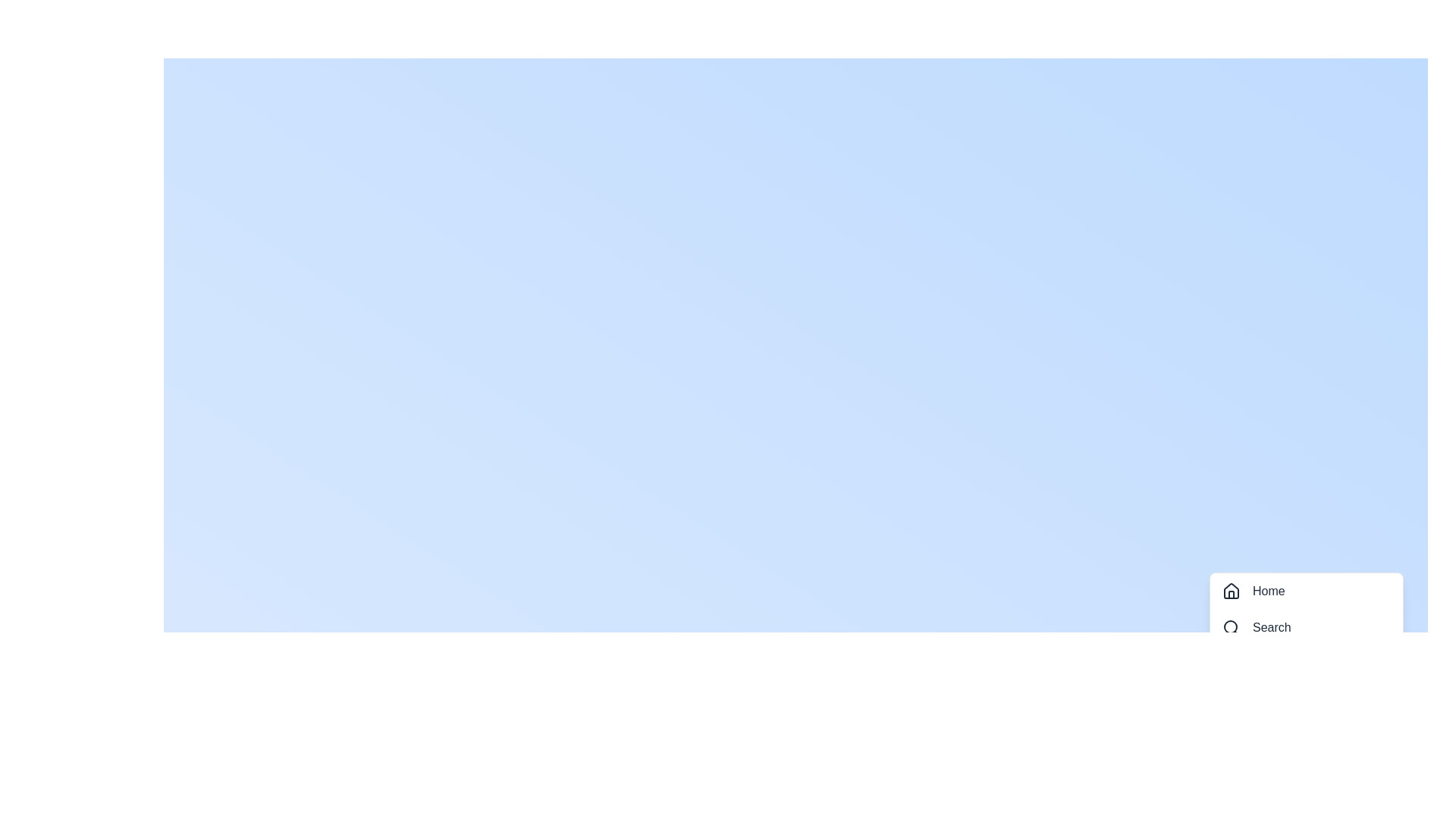 Image resolution: width=1456 pixels, height=819 pixels. I want to click on the navigation button located at the top-left of the vertical list, so click(1306, 590).